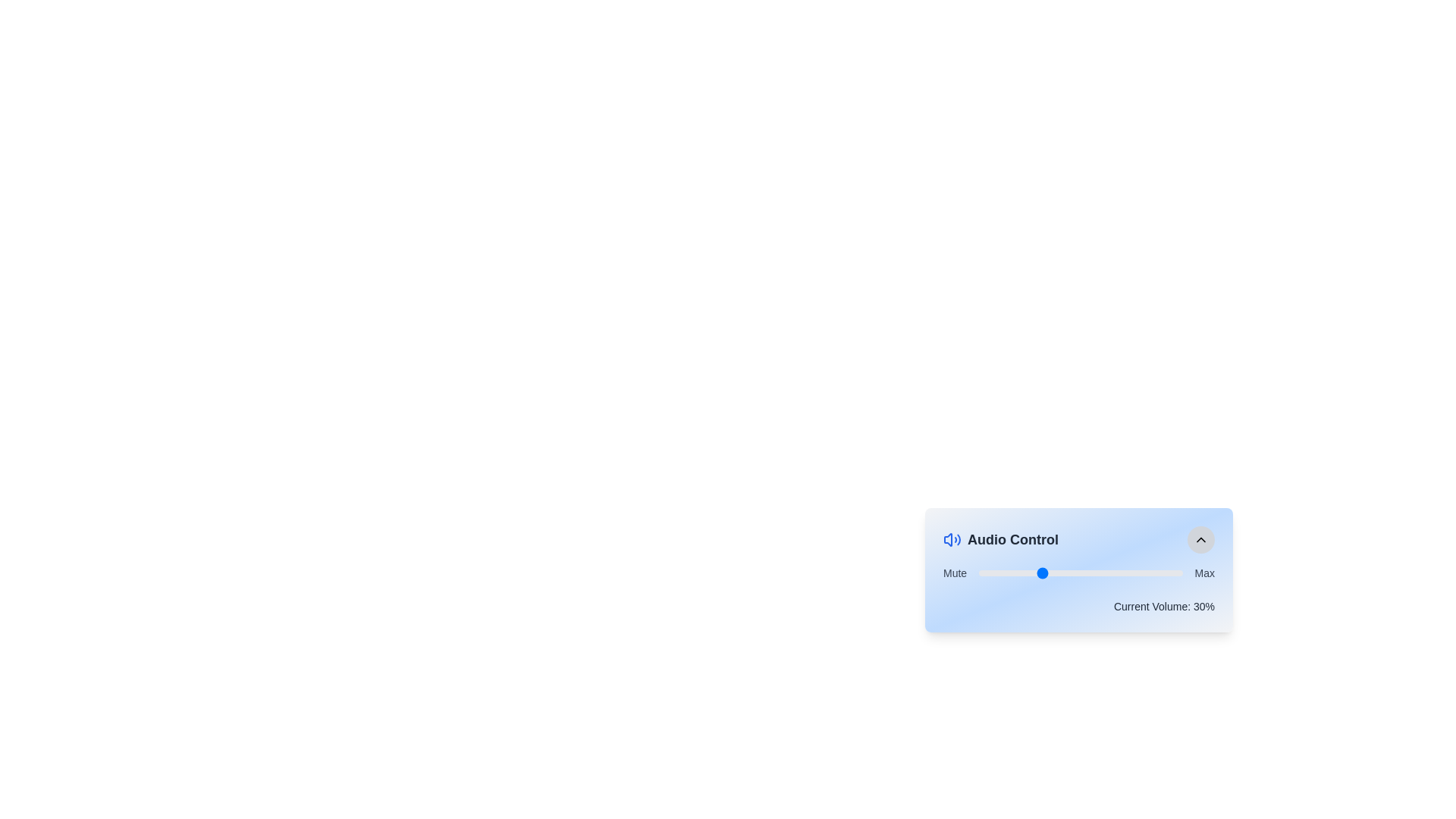 This screenshot has width=1456, height=819. Describe the element at coordinates (1107, 573) in the screenshot. I see `the volume level` at that location.